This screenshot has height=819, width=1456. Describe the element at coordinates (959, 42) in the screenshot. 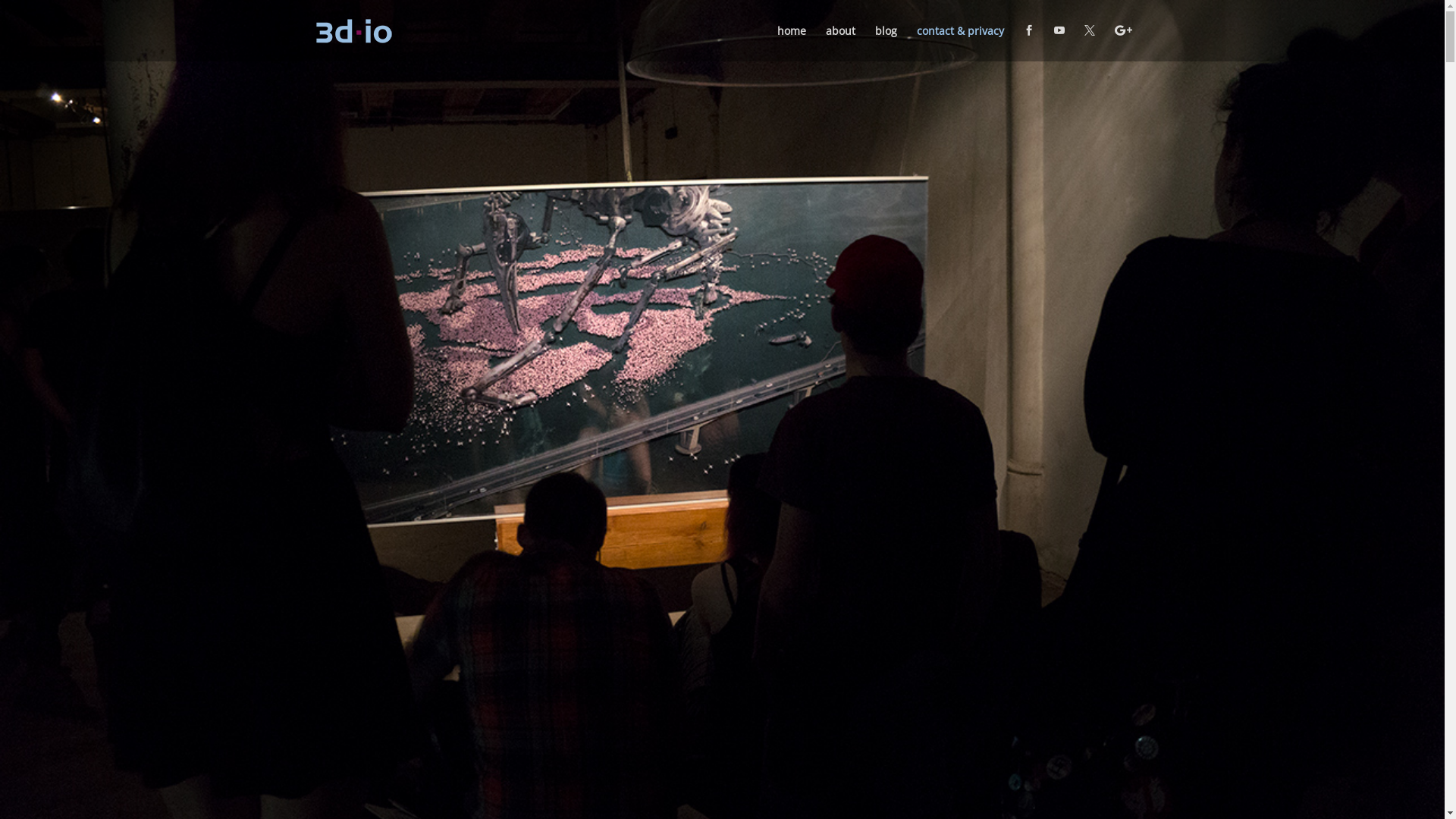

I see `'contact & privacy'` at that location.